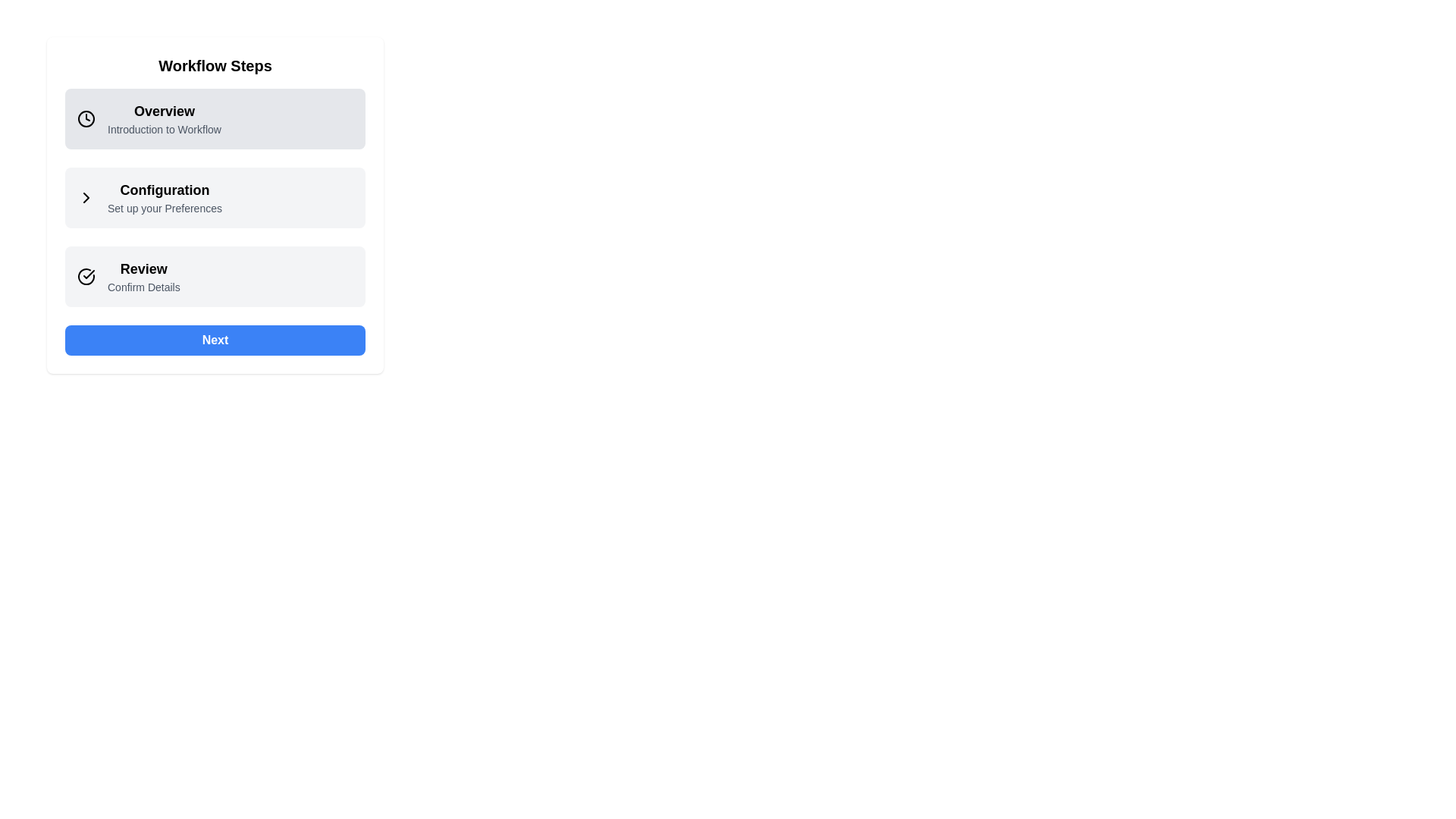  I want to click on the rightward-facing chevron icon located in the 'Configuration' box of the 'Workflow Steps' section, positioned to the right of the text label 'Configuration', so click(86, 197).